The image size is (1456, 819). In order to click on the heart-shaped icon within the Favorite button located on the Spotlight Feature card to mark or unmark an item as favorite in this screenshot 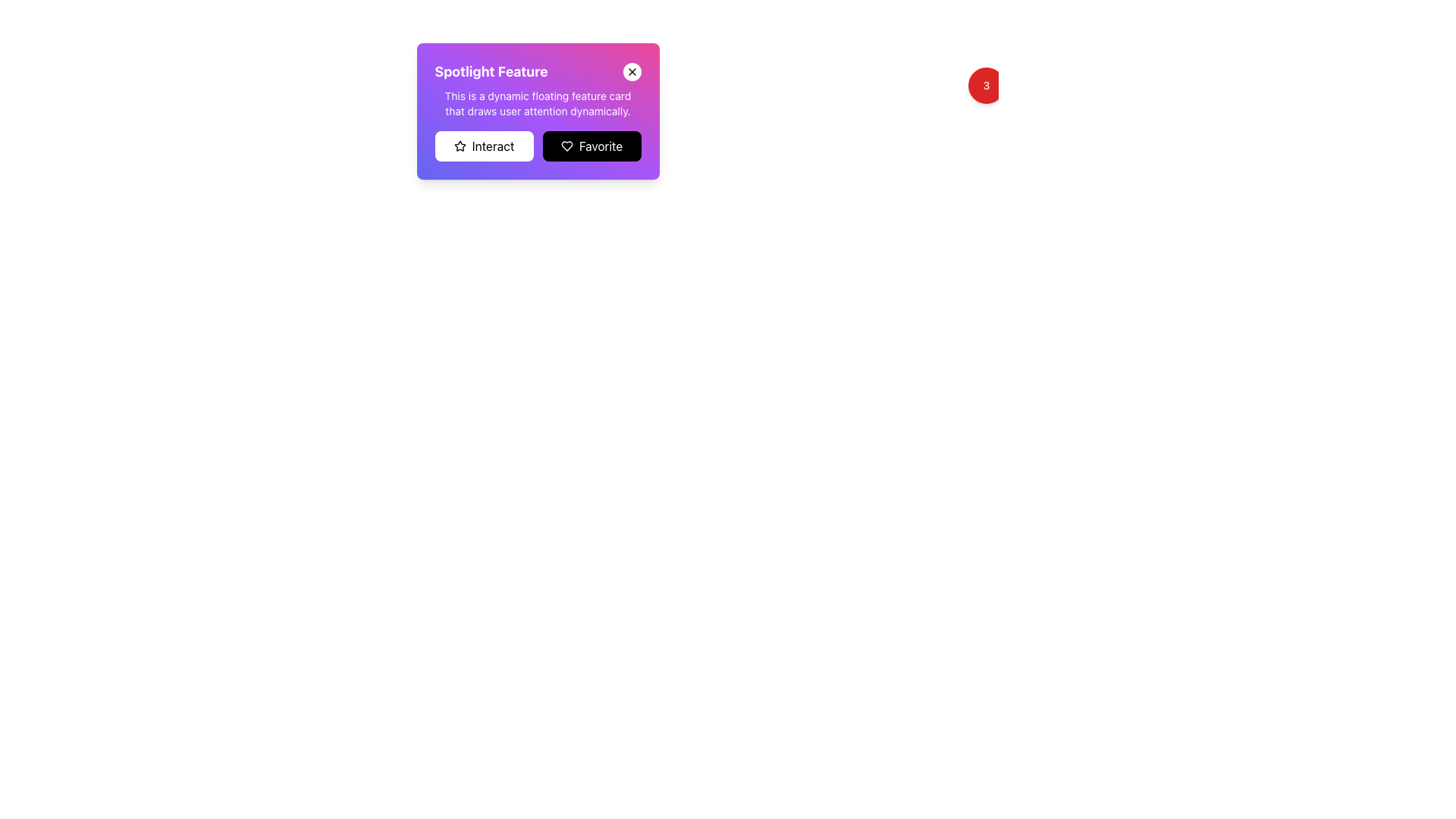, I will do `click(566, 146)`.